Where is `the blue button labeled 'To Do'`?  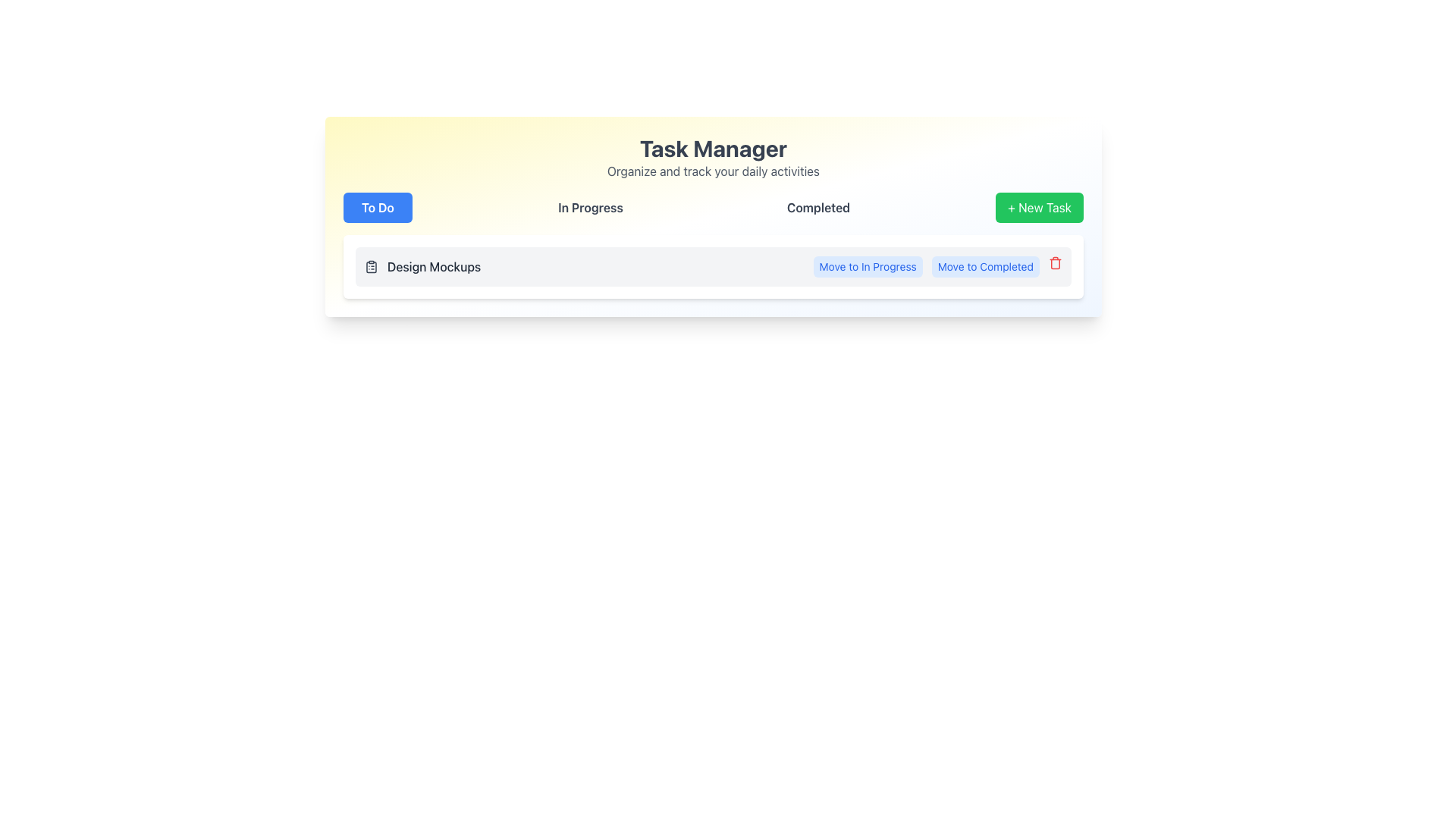
the blue button labeled 'To Do' is located at coordinates (378, 207).